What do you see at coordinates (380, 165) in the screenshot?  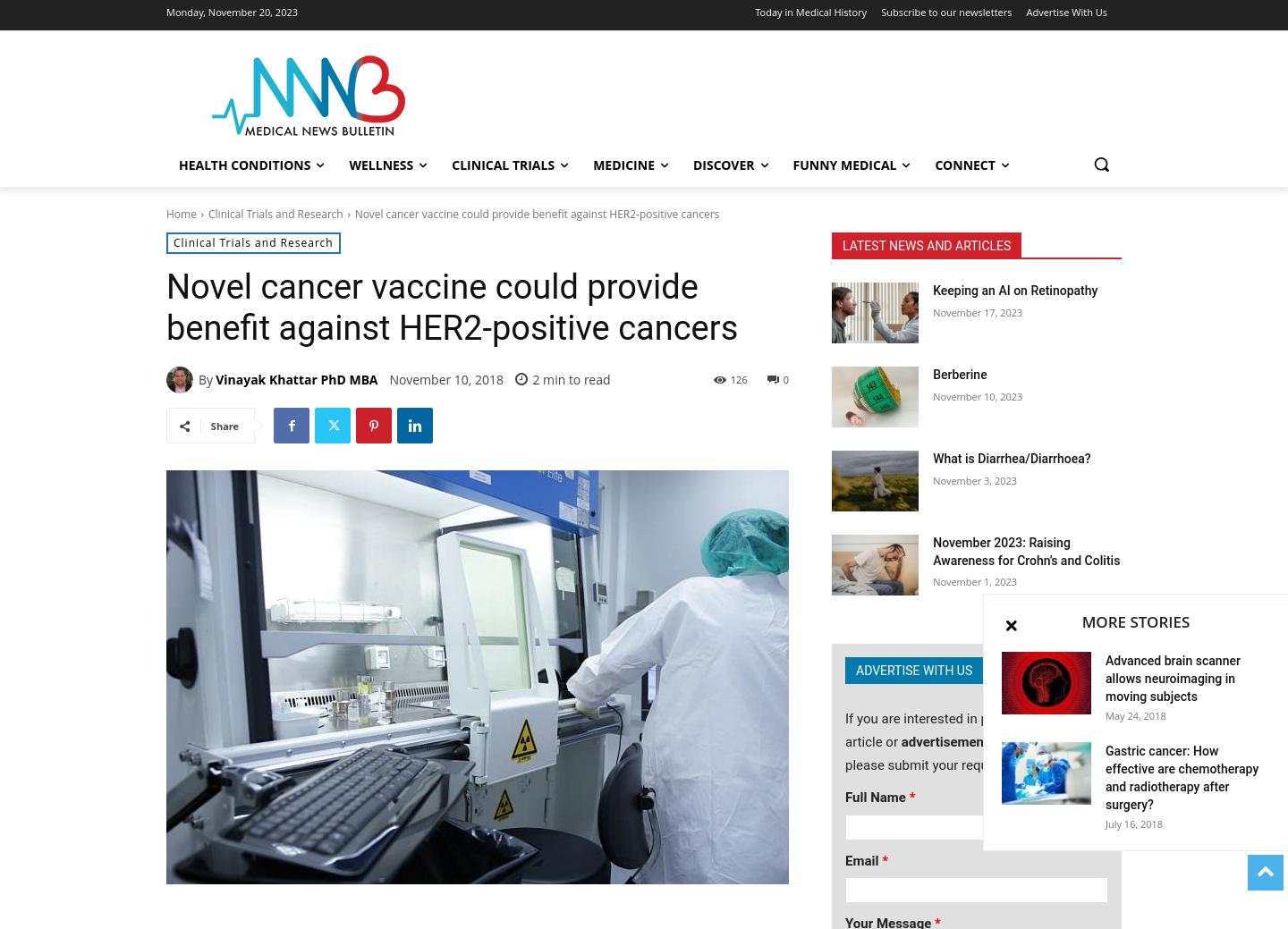 I see `'Wellness'` at bounding box center [380, 165].